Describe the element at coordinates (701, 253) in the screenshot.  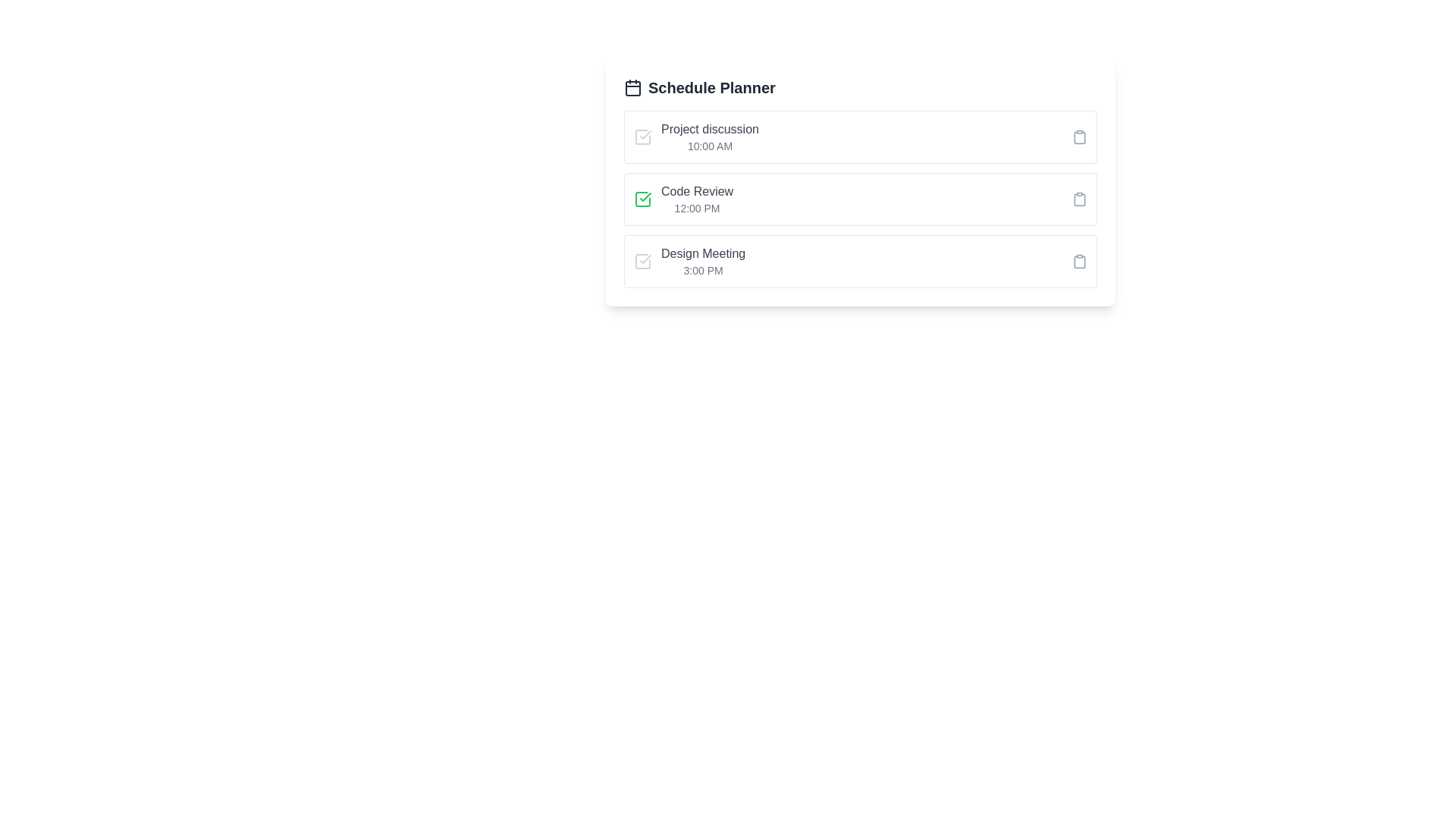
I see `the task name Design Meeting to inspect its details` at that location.